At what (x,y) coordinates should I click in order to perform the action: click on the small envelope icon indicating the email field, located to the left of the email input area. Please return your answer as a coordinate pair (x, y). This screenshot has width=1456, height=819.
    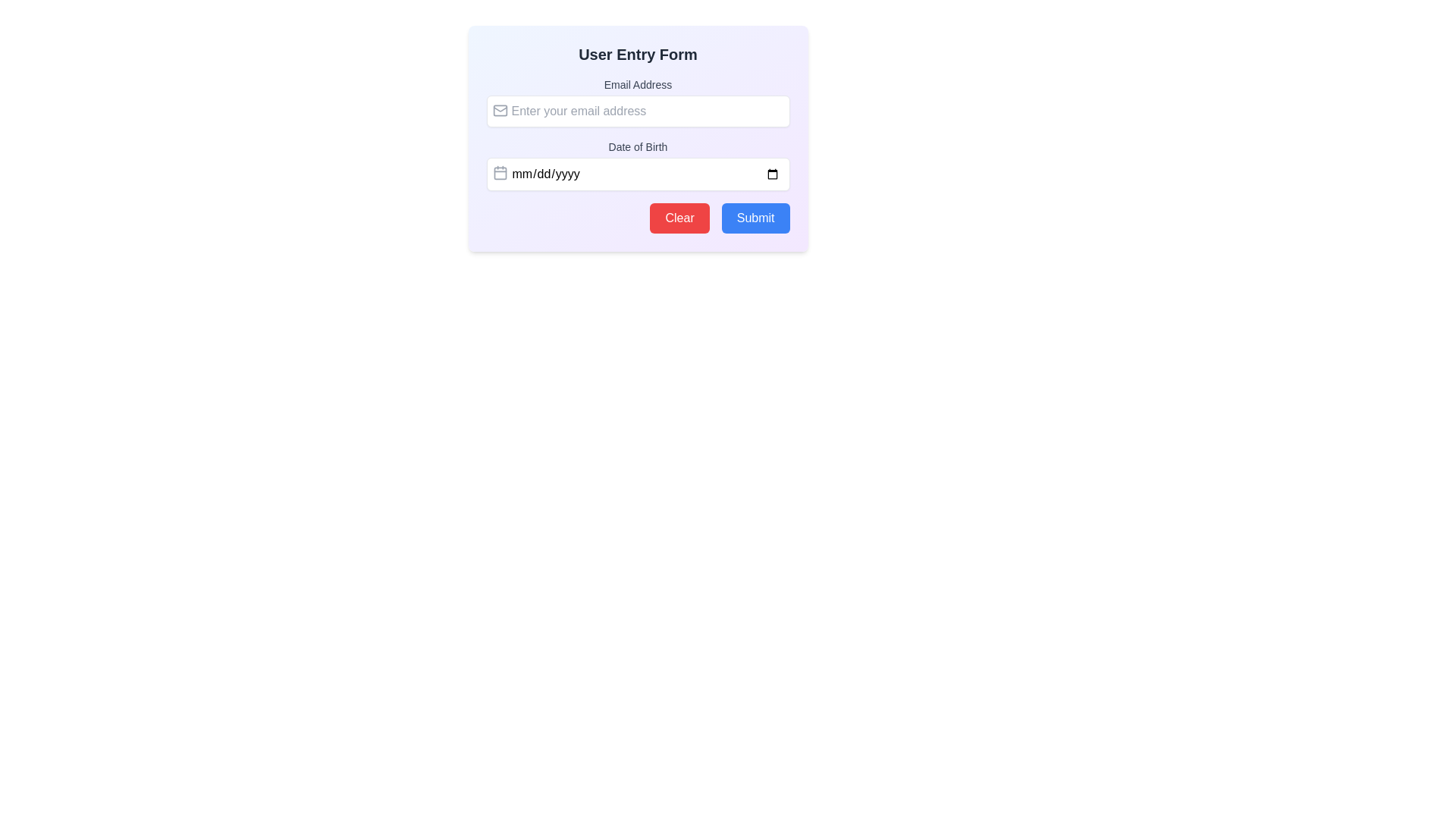
    Looking at the image, I should click on (500, 110).